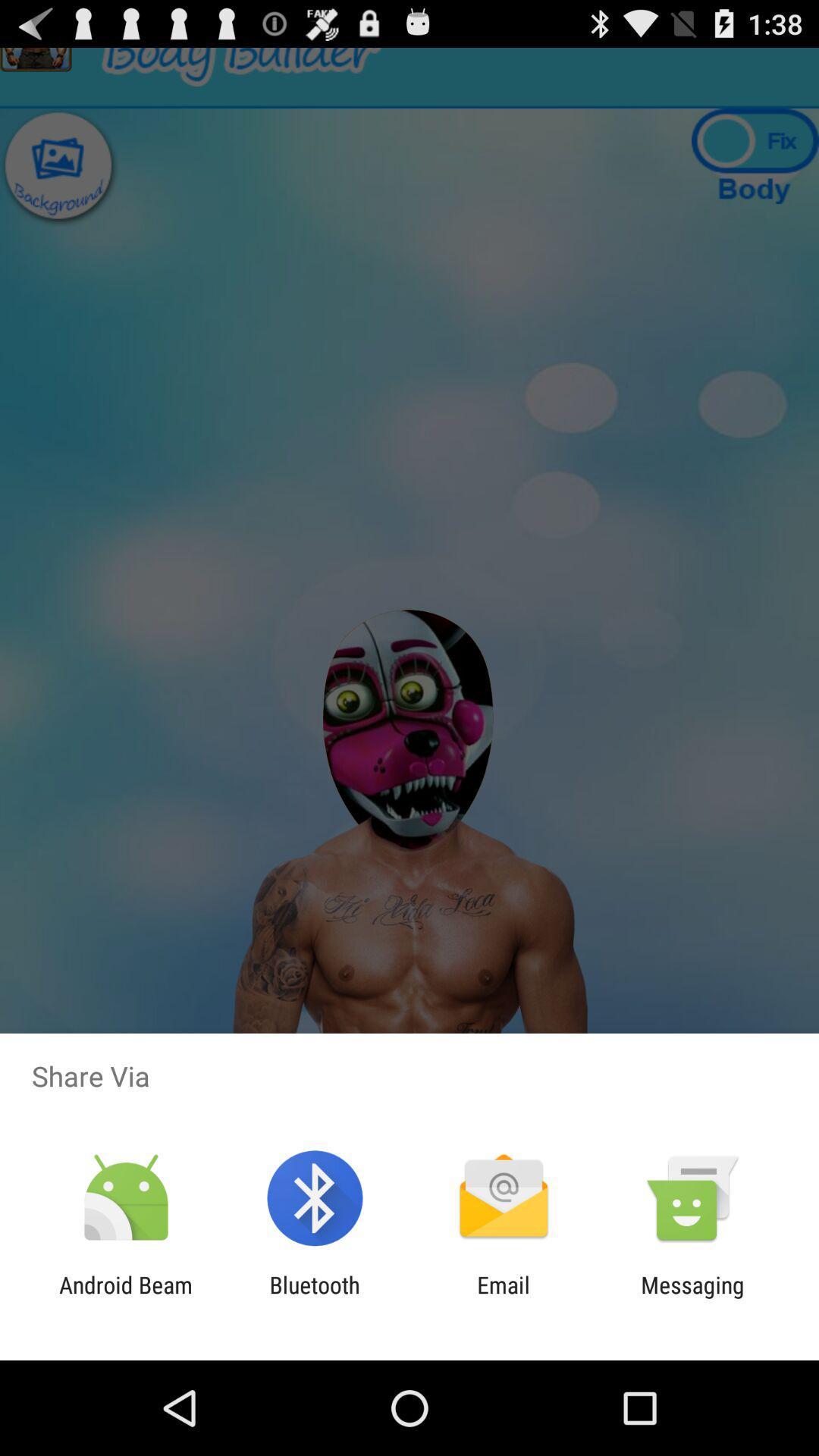 This screenshot has width=819, height=1456. I want to click on app next to email, so click(692, 1298).